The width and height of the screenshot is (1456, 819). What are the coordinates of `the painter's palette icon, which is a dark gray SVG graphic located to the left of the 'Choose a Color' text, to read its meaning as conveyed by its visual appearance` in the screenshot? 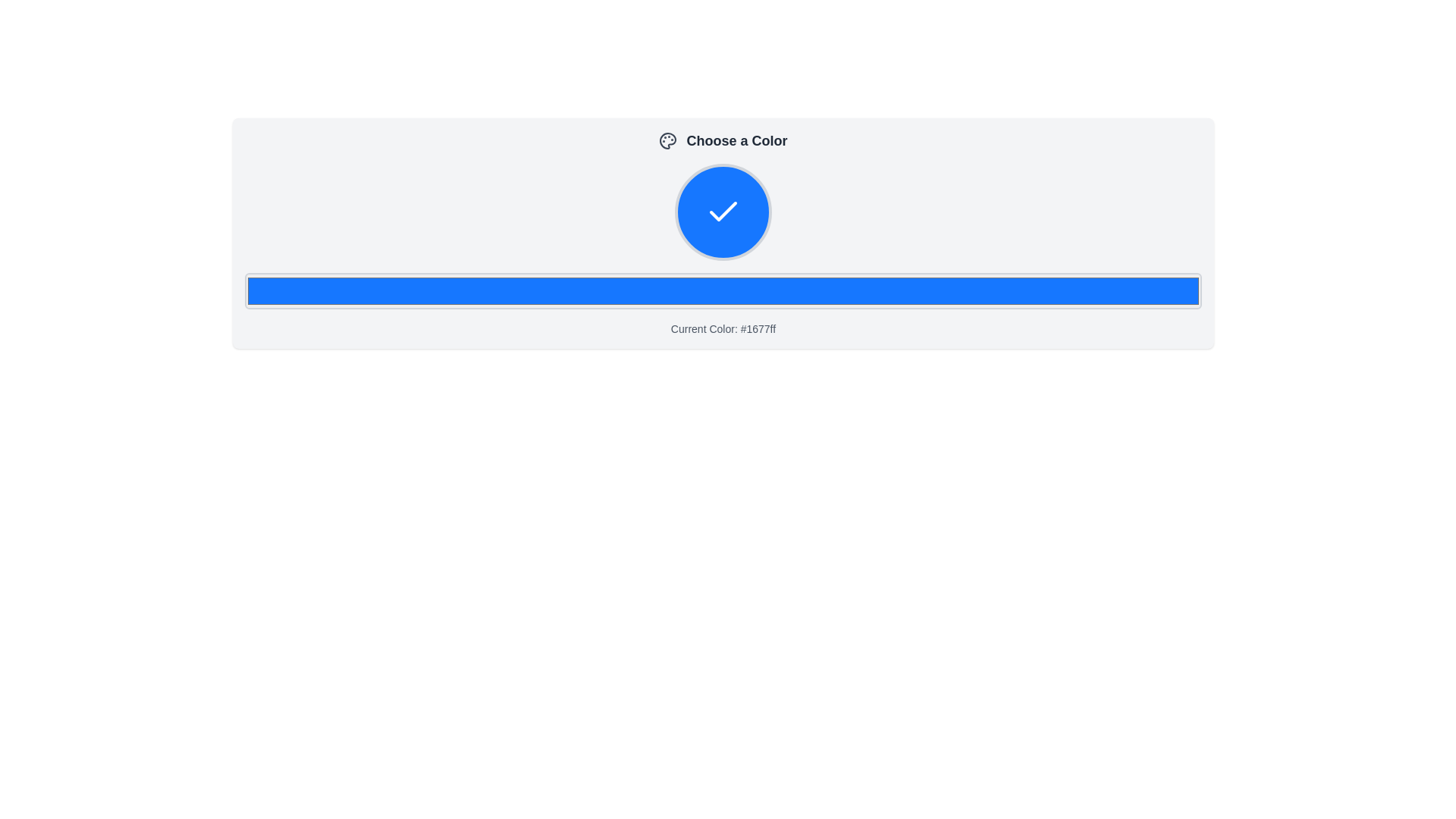 It's located at (667, 140).